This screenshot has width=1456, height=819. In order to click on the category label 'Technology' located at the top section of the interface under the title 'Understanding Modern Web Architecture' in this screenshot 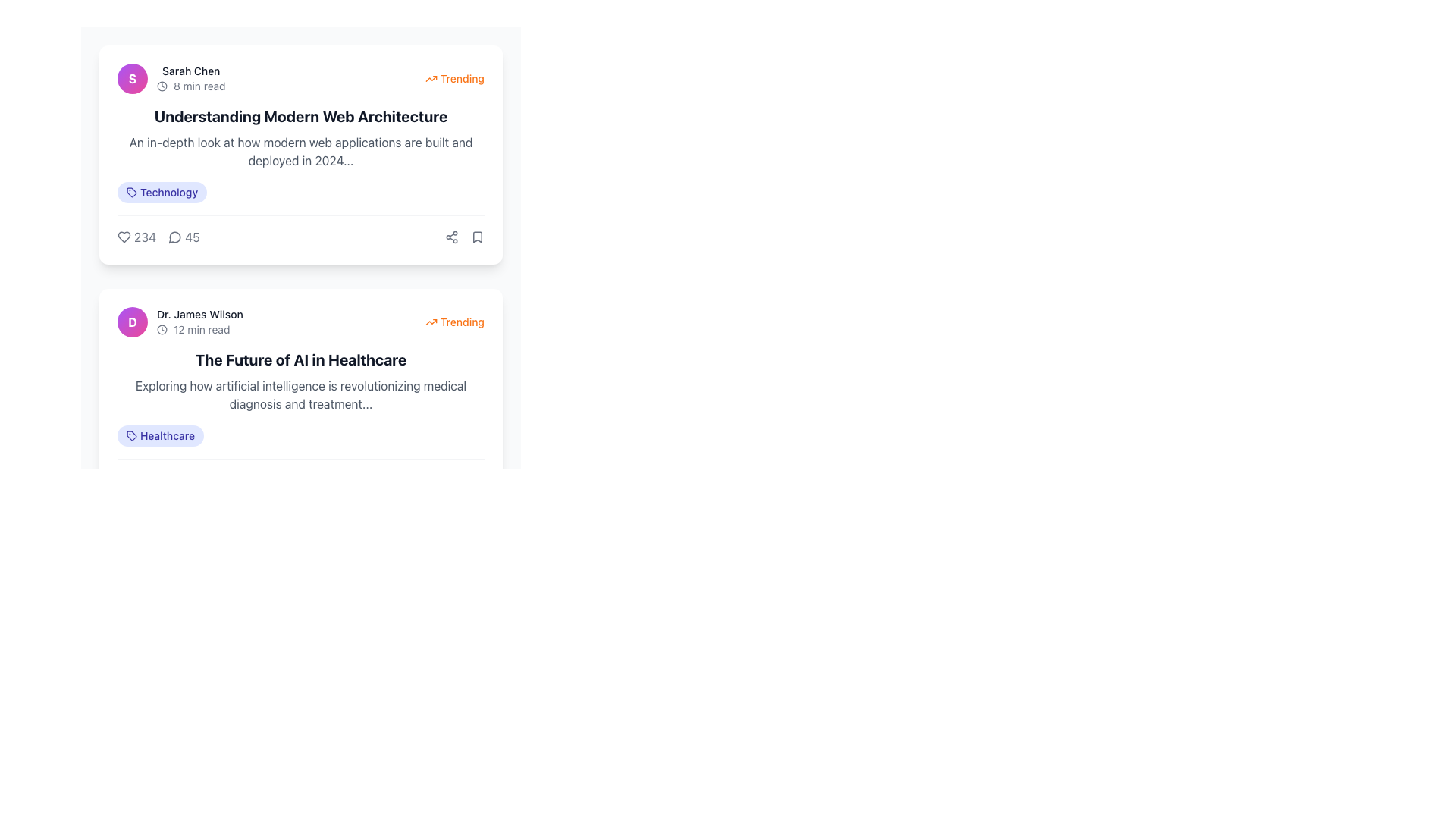, I will do `click(162, 192)`.